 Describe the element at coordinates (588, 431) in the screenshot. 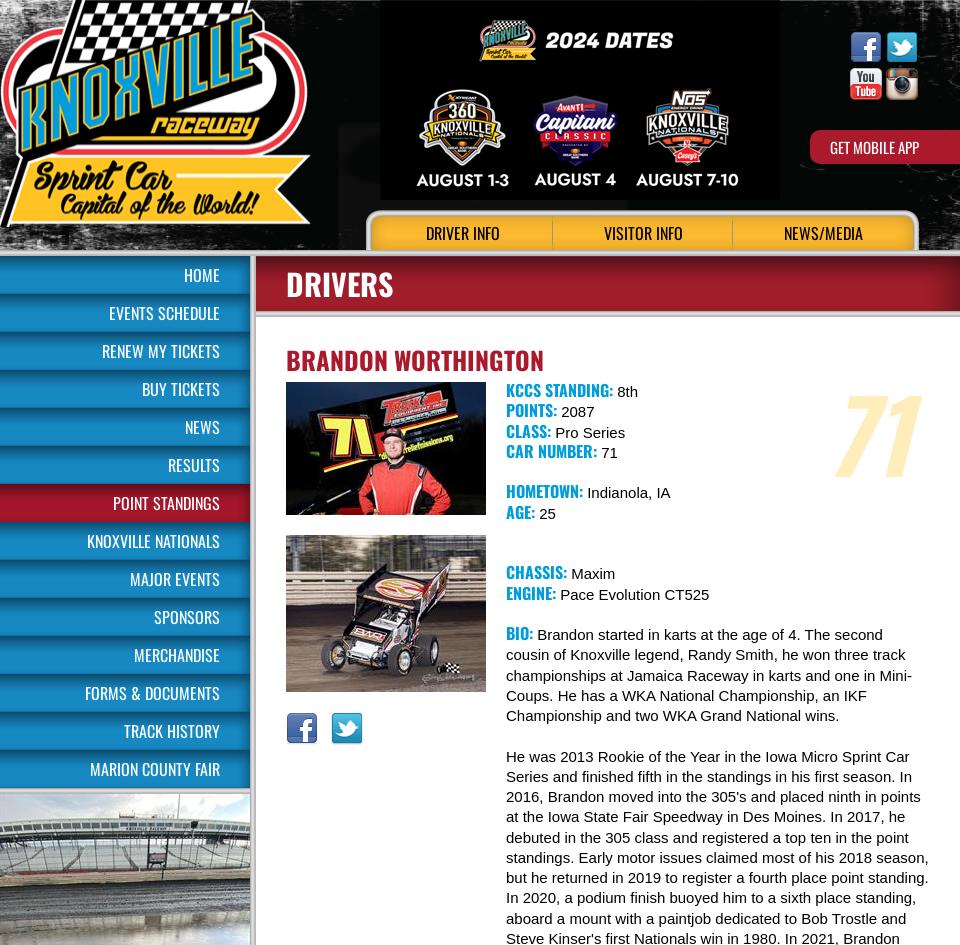

I see `'Pro Series'` at that location.